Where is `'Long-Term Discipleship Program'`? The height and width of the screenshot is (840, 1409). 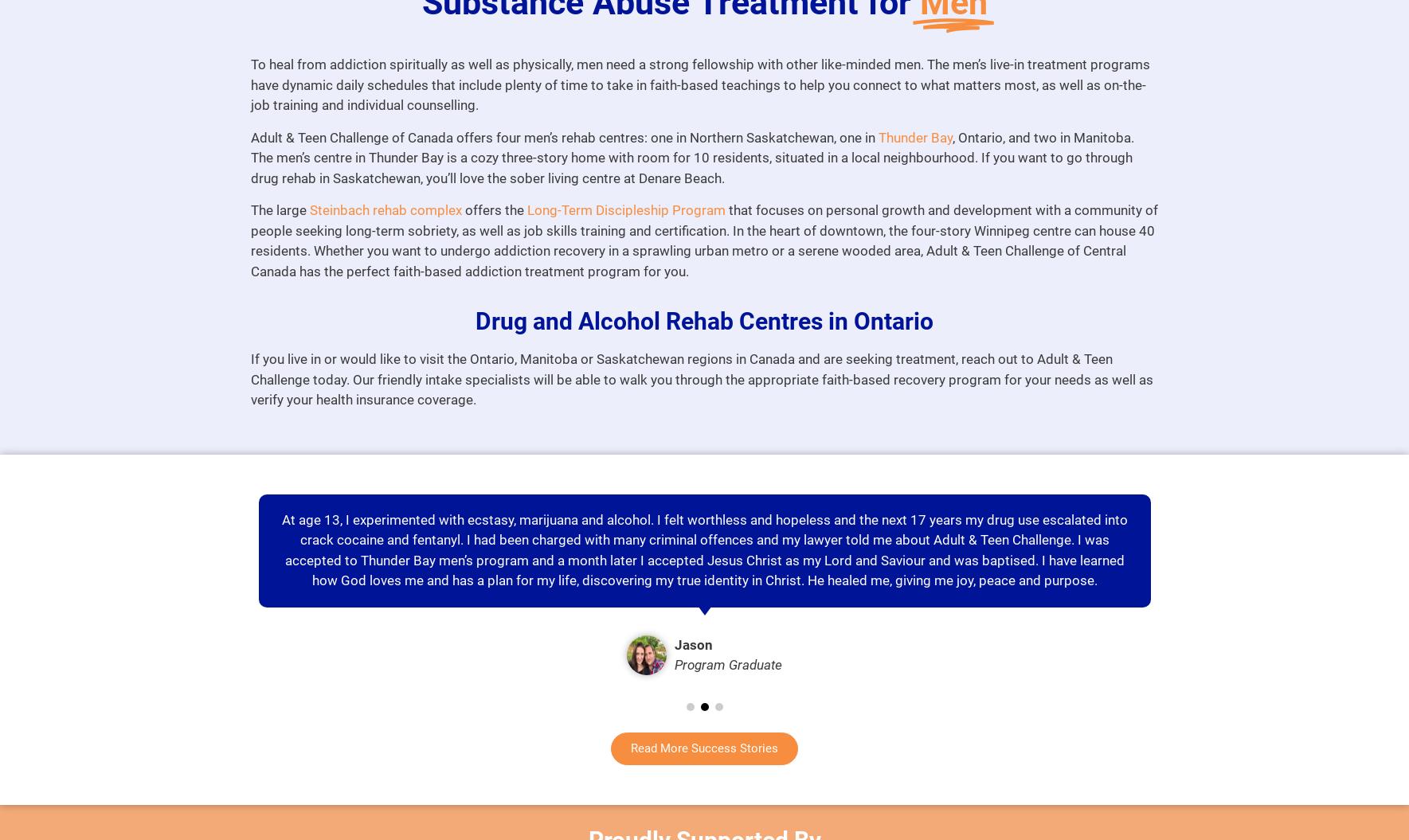
'Long-Term Discipleship Program' is located at coordinates (624, 209).